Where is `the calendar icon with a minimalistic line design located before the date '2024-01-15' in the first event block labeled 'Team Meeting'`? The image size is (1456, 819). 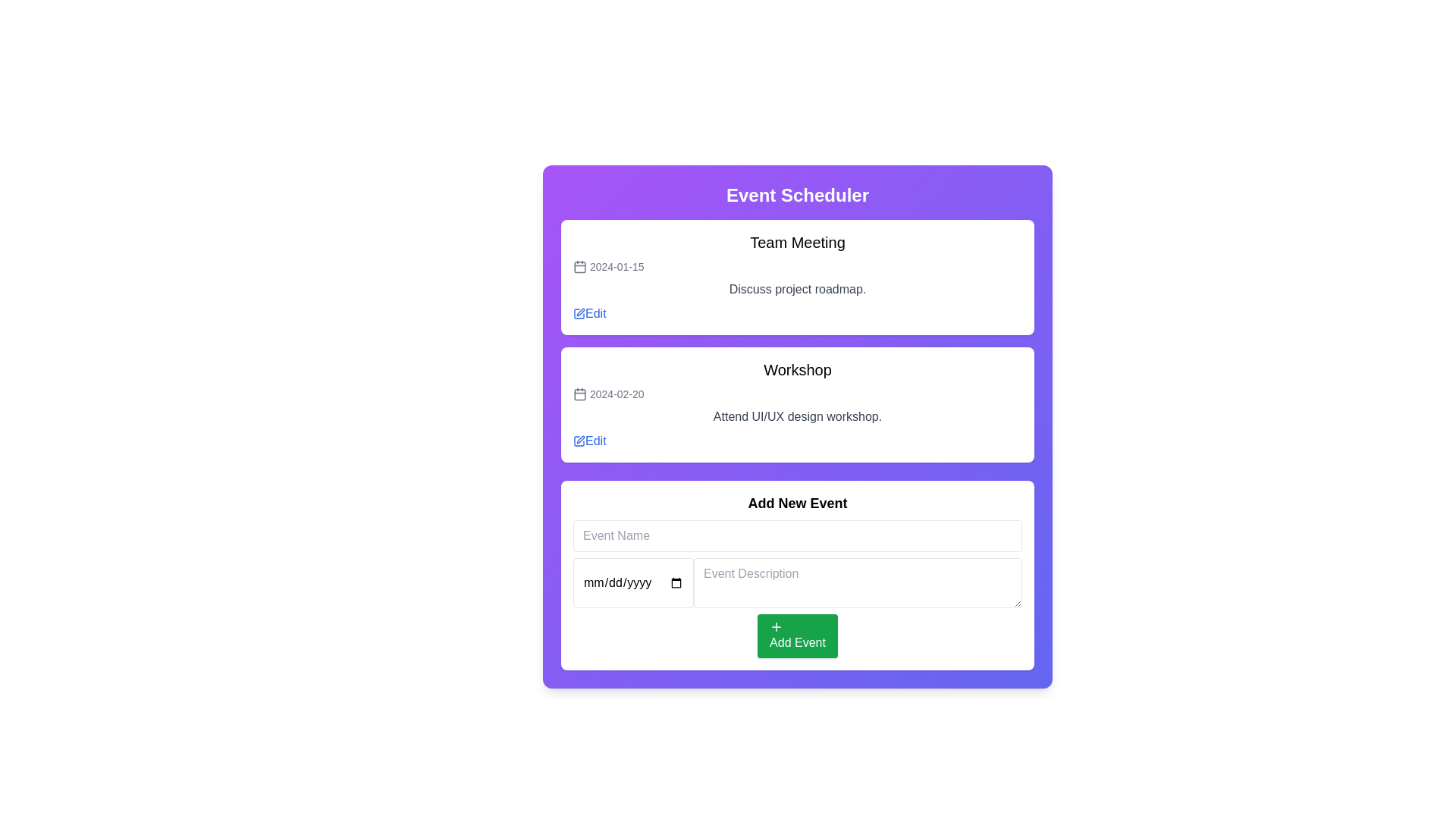
the calendar icon with a minimalistic line design located before the date '2024-01-15' in the first event block labeled 'Team Meeting' is located at coordinates (579, 265).